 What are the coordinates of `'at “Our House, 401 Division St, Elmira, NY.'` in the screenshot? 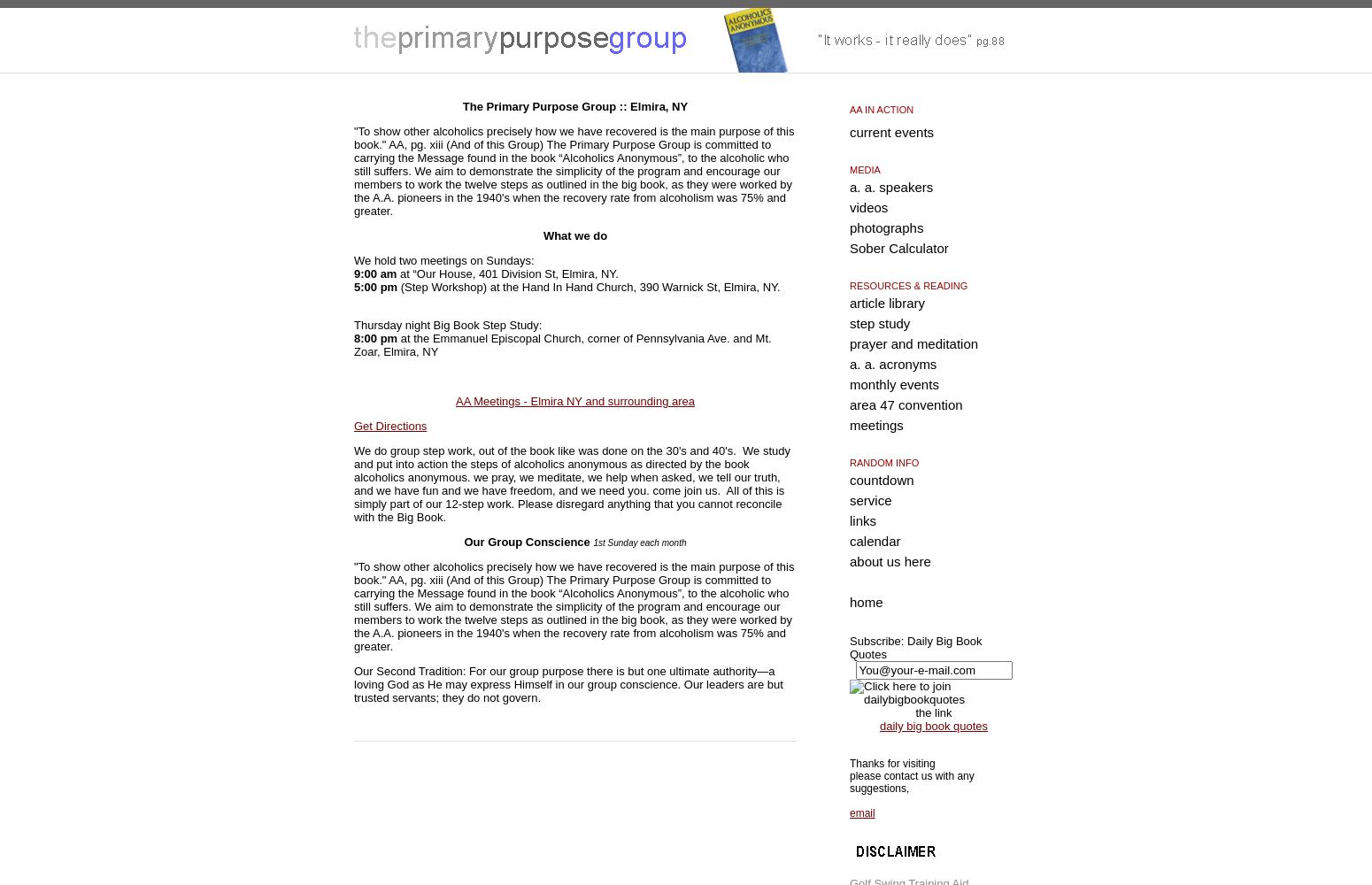 It's located at (511, 273).